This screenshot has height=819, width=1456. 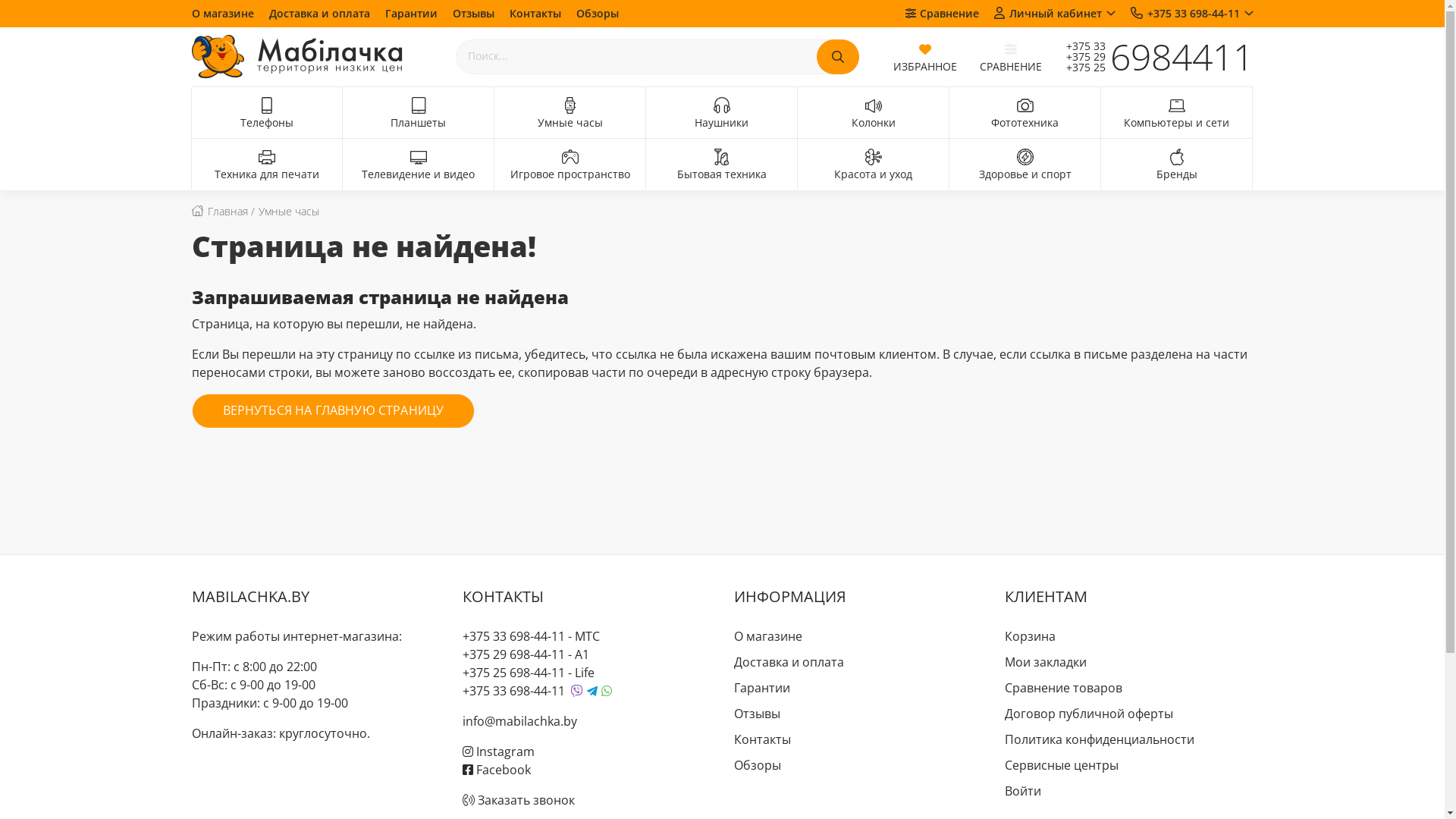 What do you see at coordinates (1078, 55) in the screenshot?
I see `'+375 29'` at bounding box center [1078, 55].